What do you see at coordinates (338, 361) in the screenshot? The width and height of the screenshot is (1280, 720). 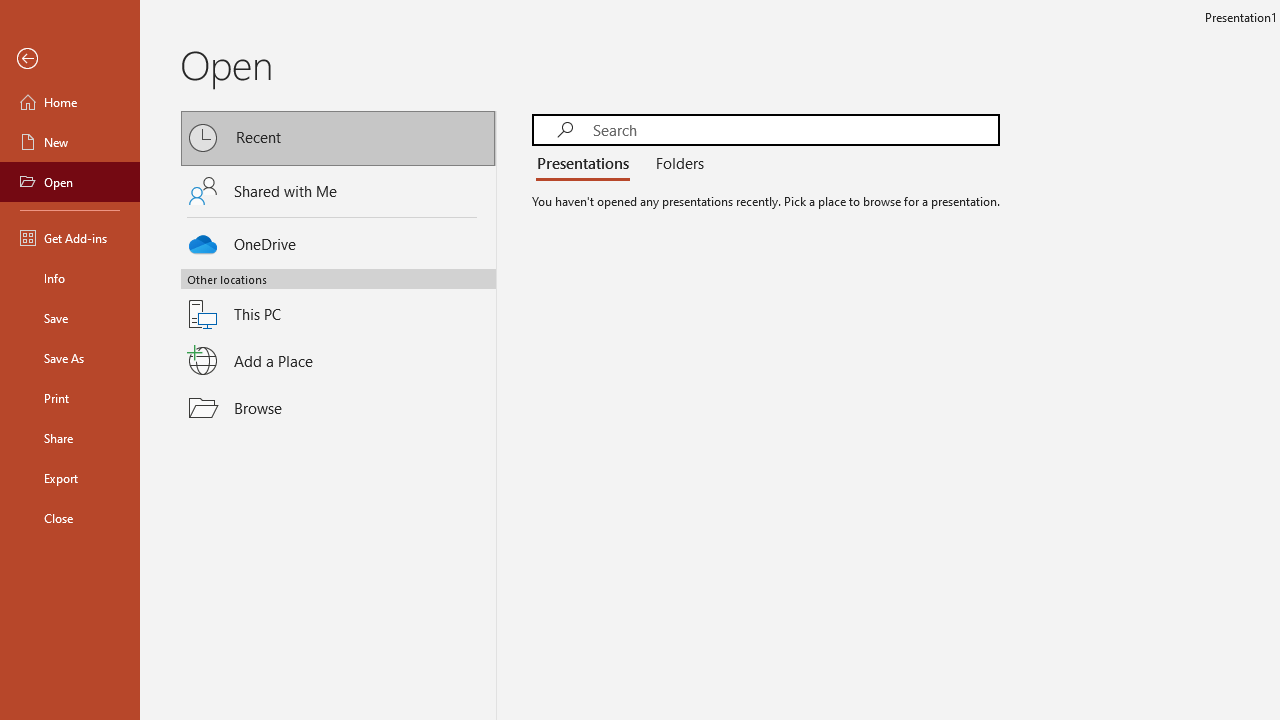 I see `'Add a Place'` at bounding box center [338, 361].